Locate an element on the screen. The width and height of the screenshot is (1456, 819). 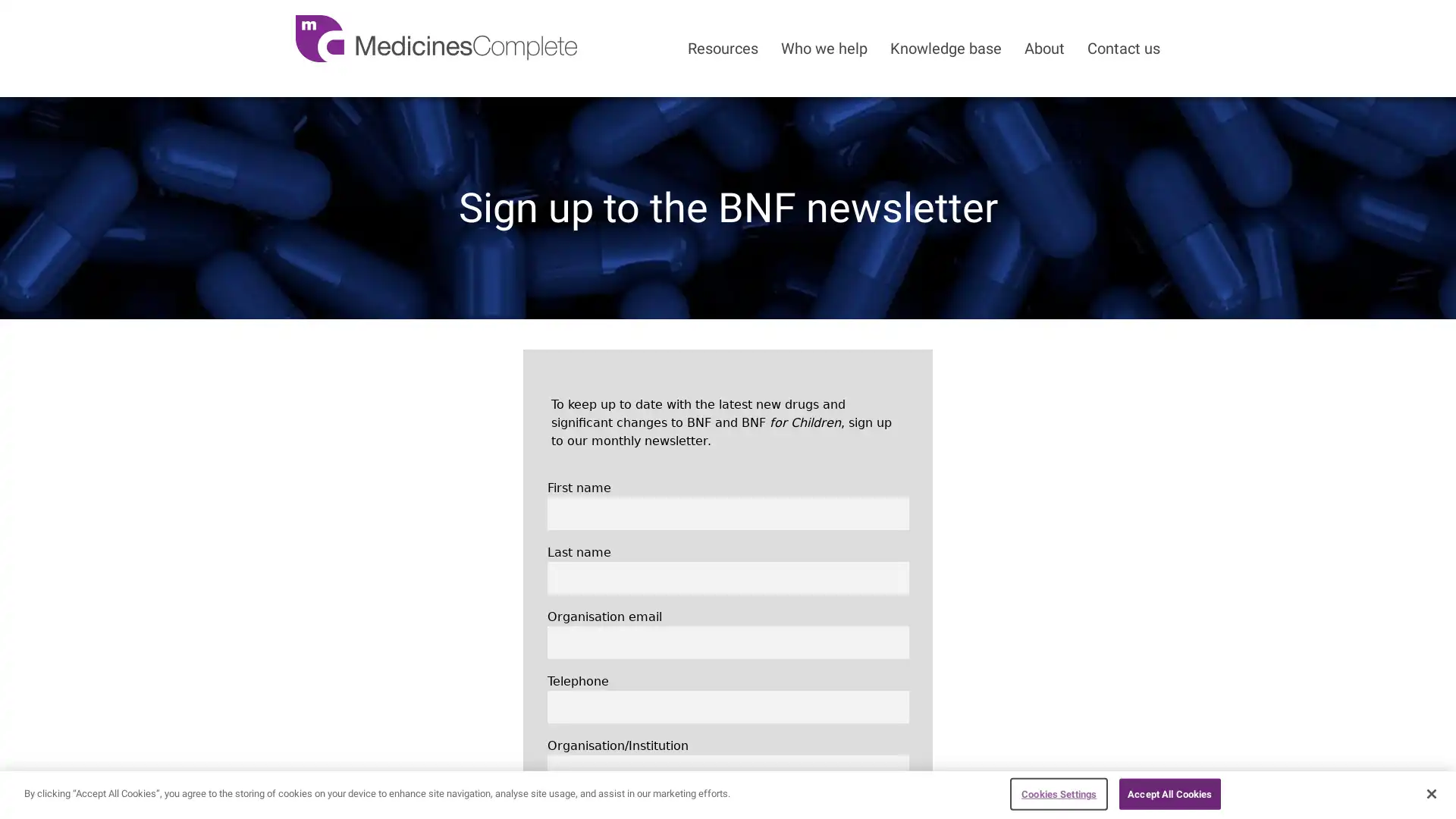
Accept All Cookies is located at coordinates (1169, 792).